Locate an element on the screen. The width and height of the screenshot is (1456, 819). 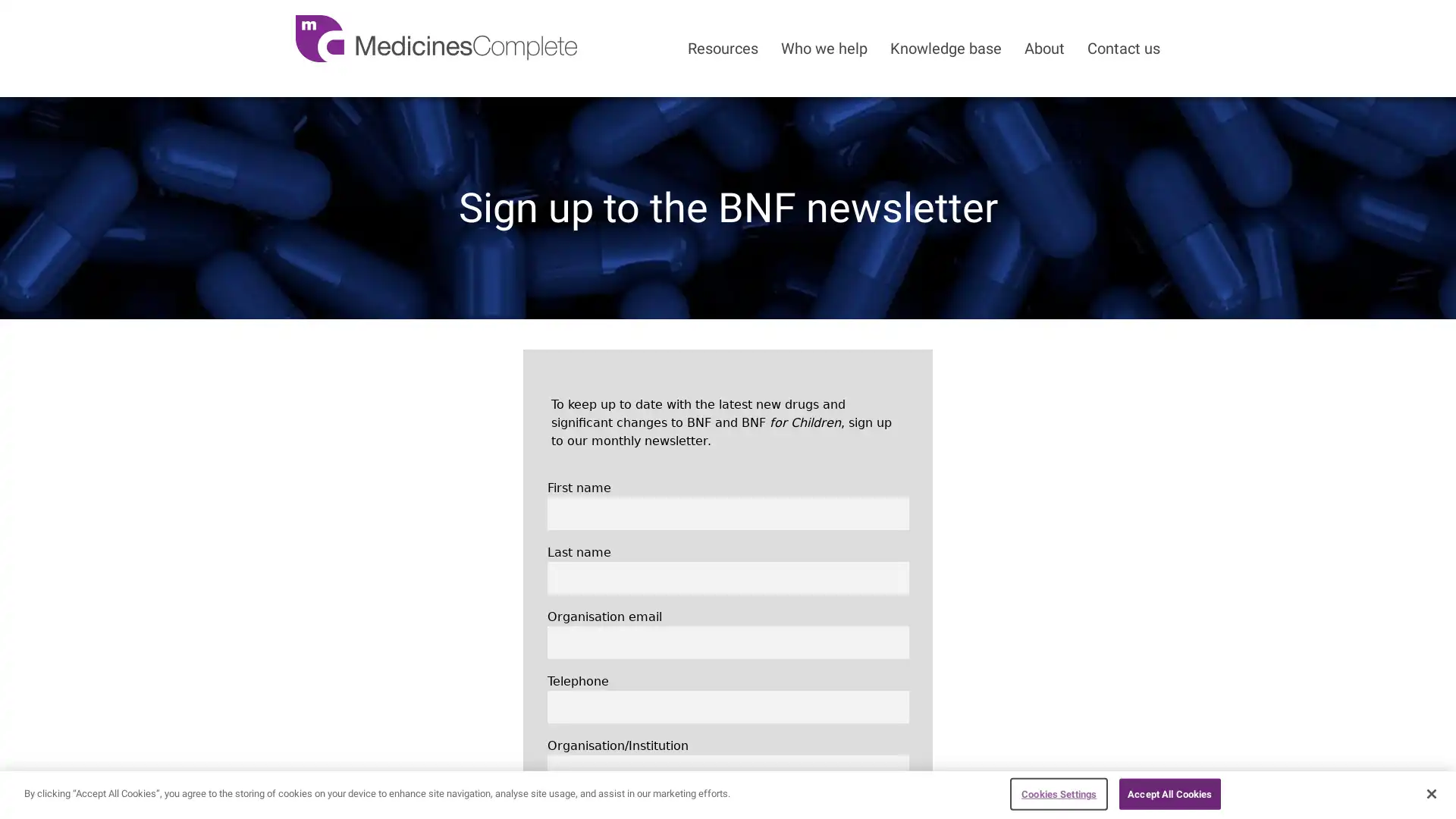
Accept All Cookies is located at coordinates (1169, 792).